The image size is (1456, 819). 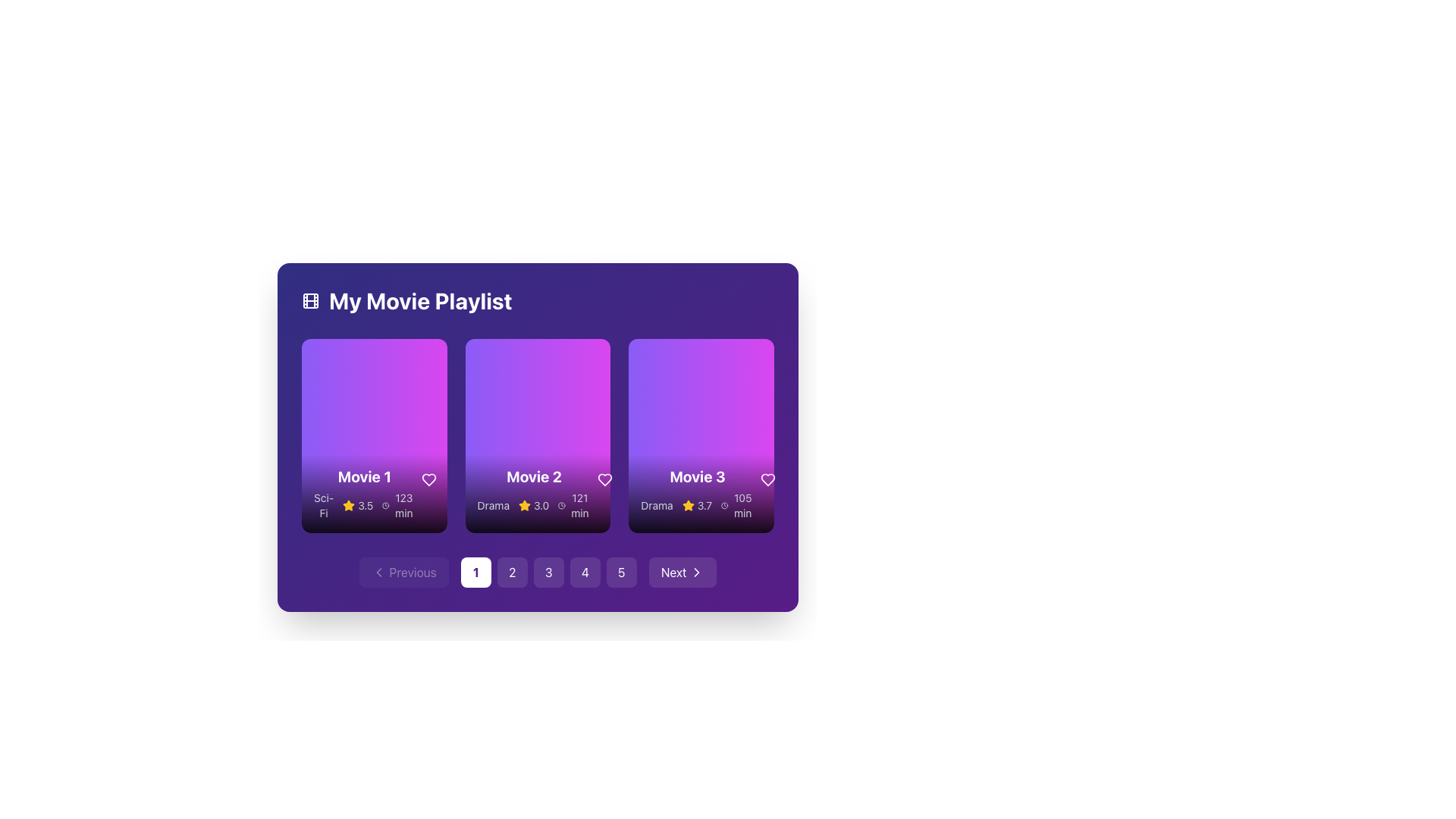 What do you see at coordinates (524, 506) in the screenshot?
I see `the yellow star-shaped icon located to the left of the '3.0' rating in the second movie card's rating section` at bounding box center [524, 506].